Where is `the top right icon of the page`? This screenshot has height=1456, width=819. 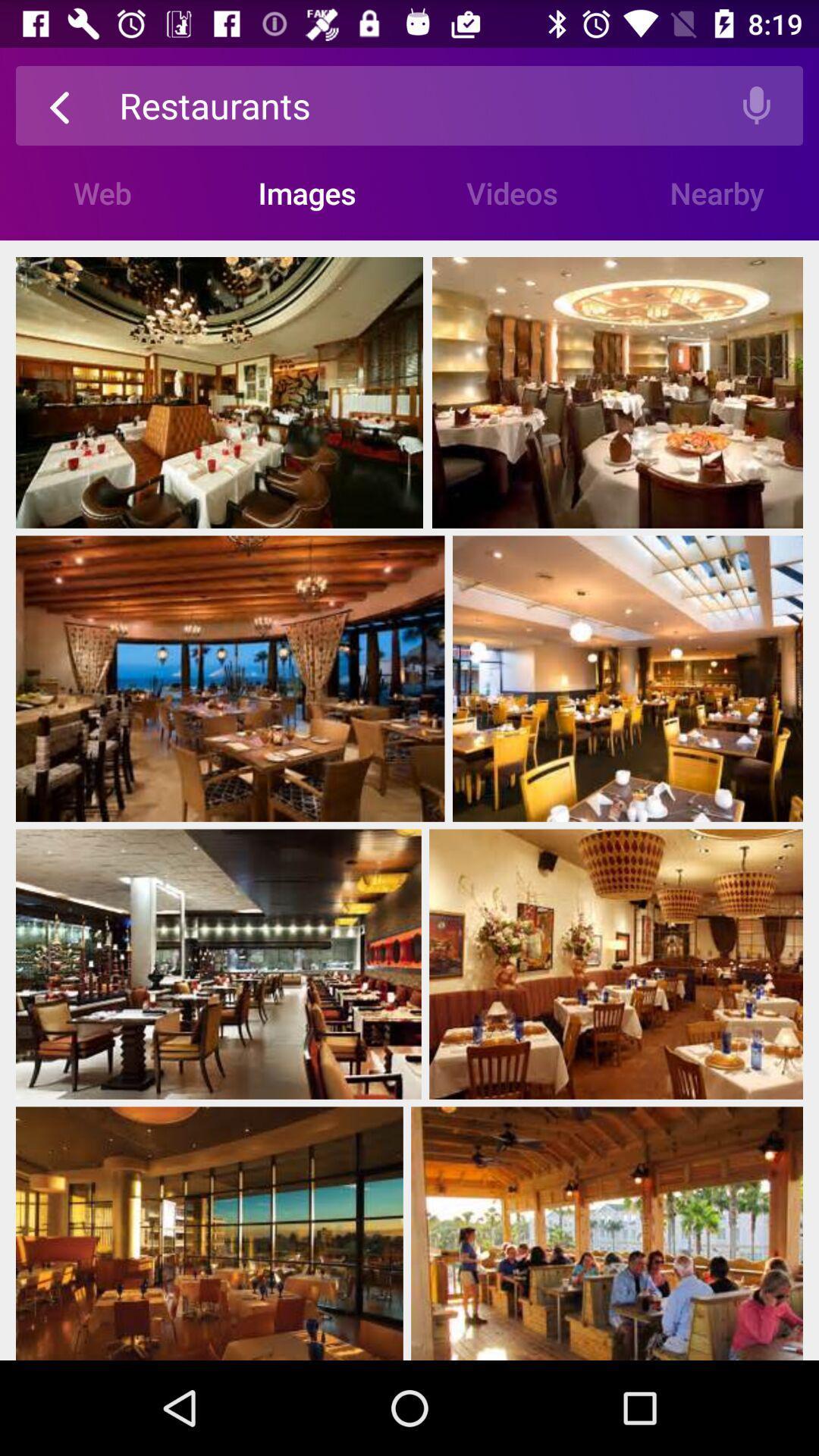
the top right icon of the page is located at coordinates (757, 105).